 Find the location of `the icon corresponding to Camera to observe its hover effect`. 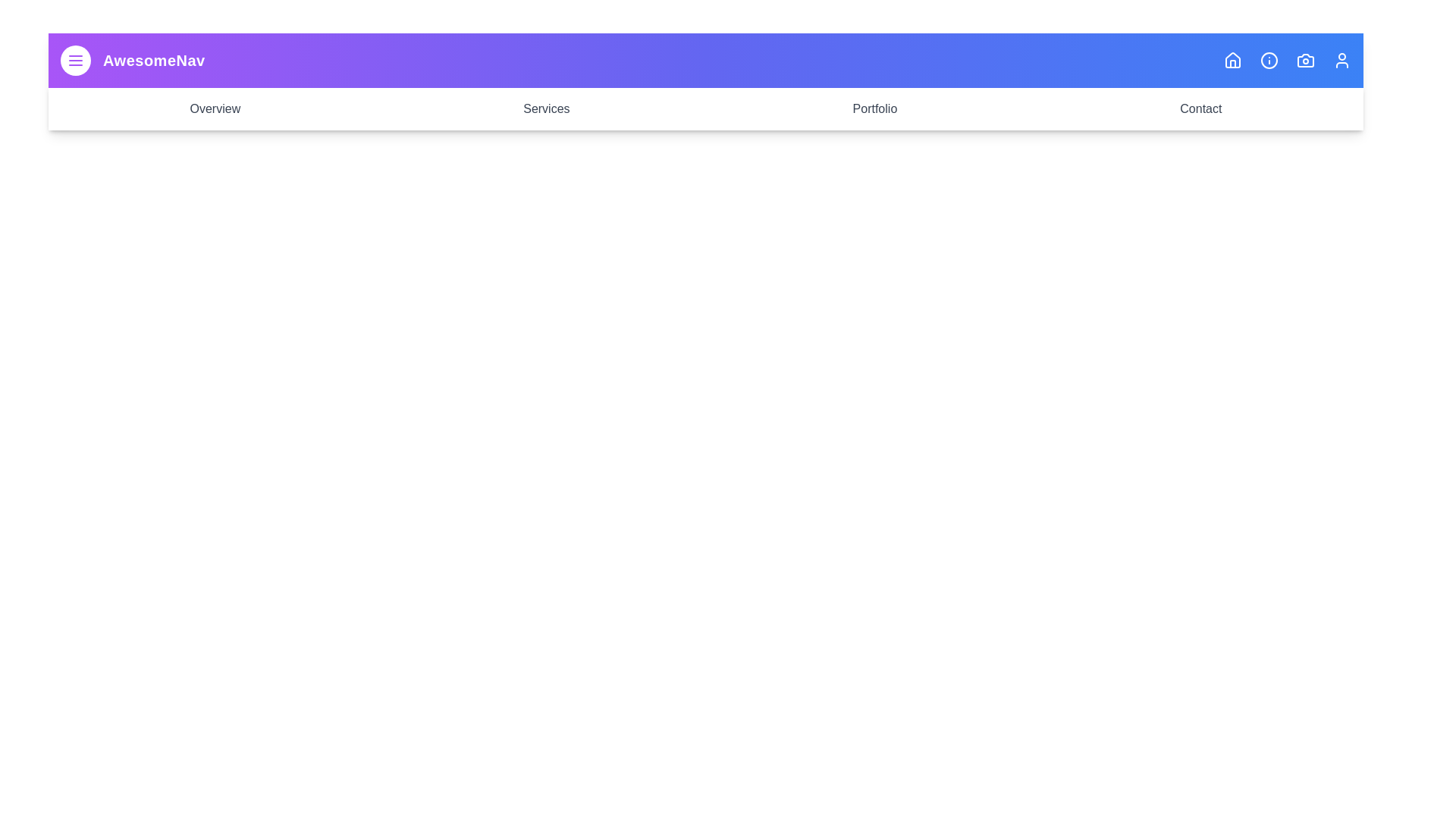

the icon corresponding to Camera to observe its hover effect is located at coordinates (1305, 60).